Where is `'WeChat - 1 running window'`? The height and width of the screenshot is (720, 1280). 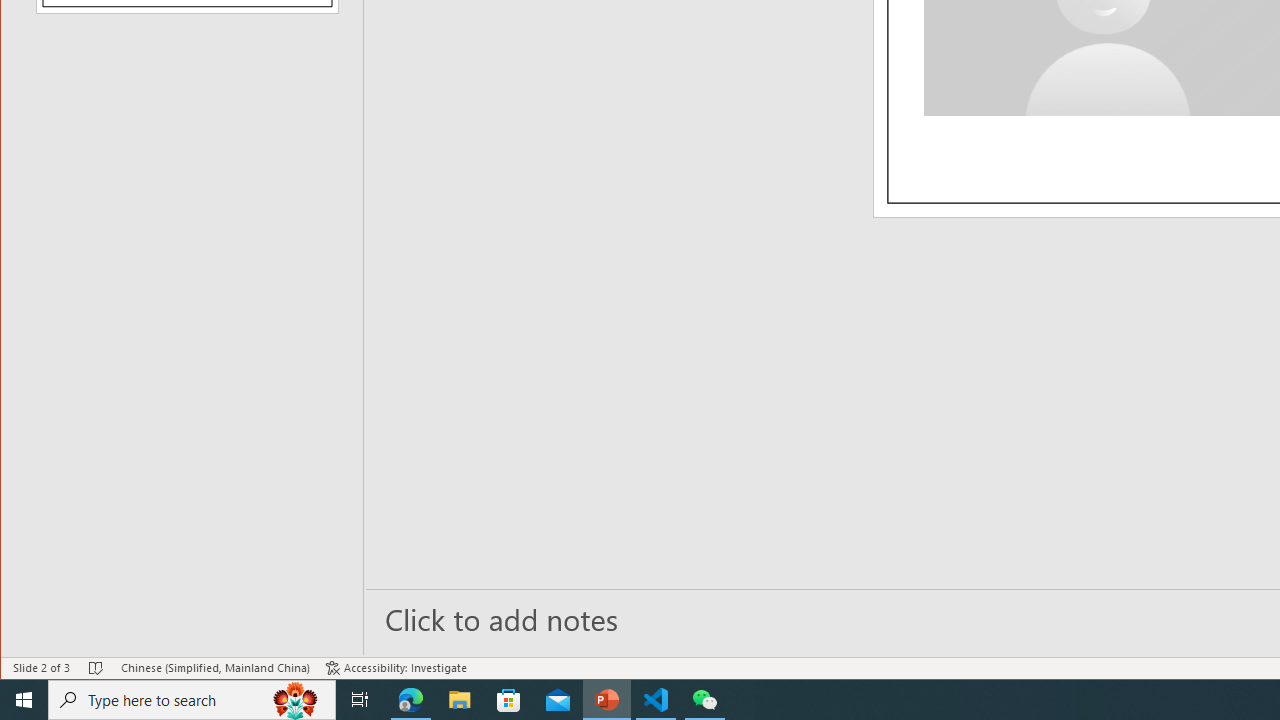
'WeChat - 1 running window' is located at coordinates (705, 698).